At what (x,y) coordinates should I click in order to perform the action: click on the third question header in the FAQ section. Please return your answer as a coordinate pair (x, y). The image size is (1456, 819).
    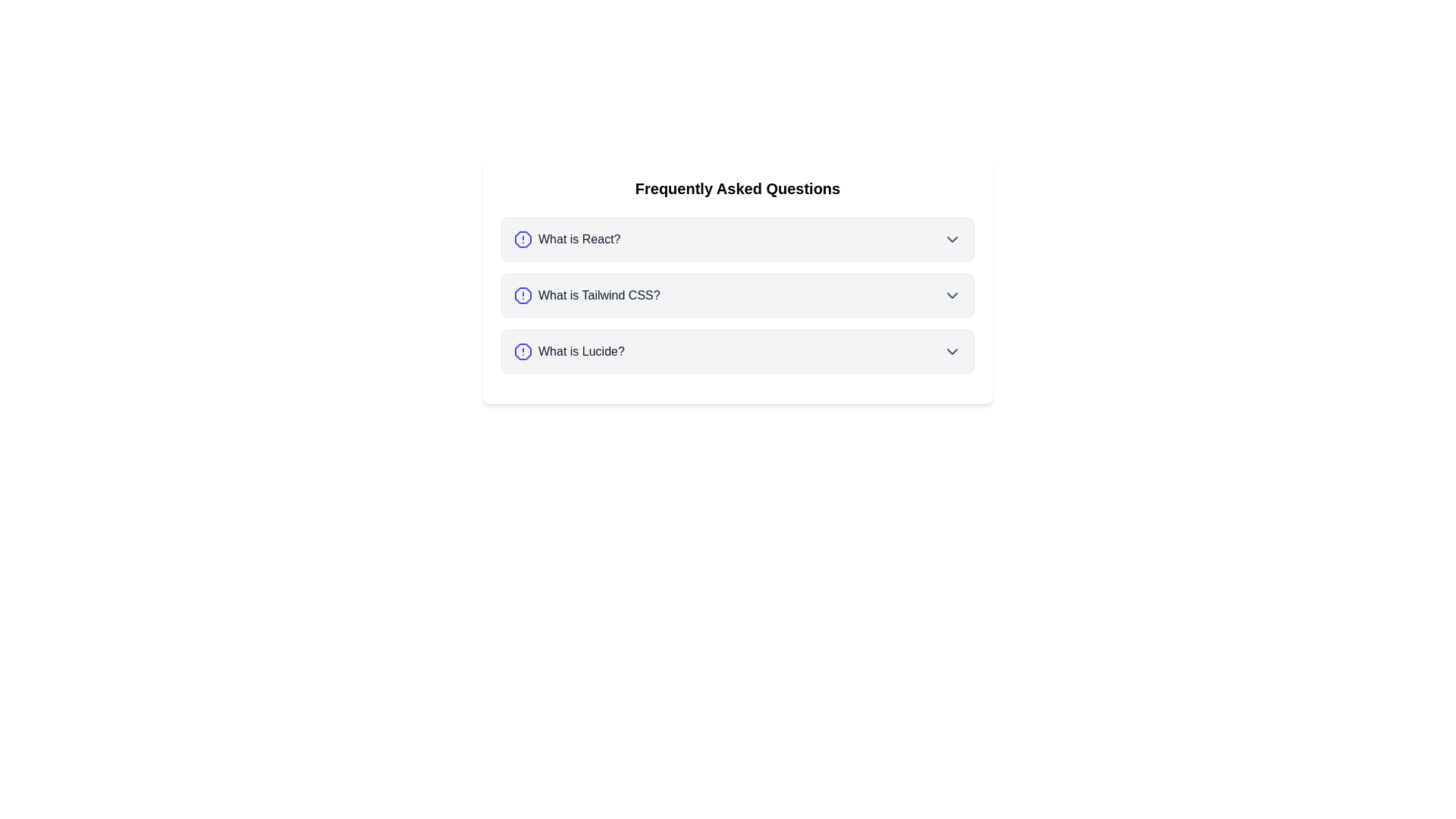
    Looking at the image, I should click on (580, 351).